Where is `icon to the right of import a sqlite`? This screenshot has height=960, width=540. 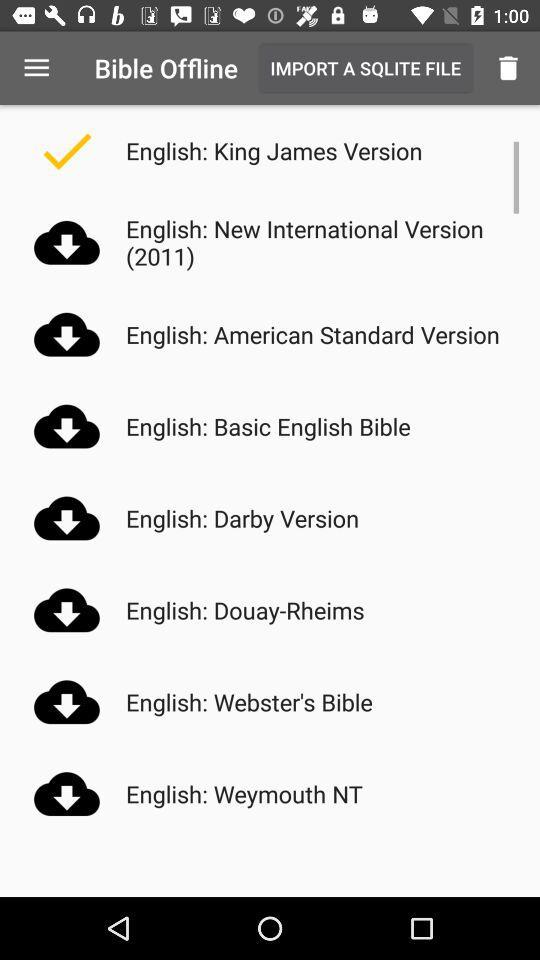 icon to the right of import a sqlite is located at coordinates (508, 68).